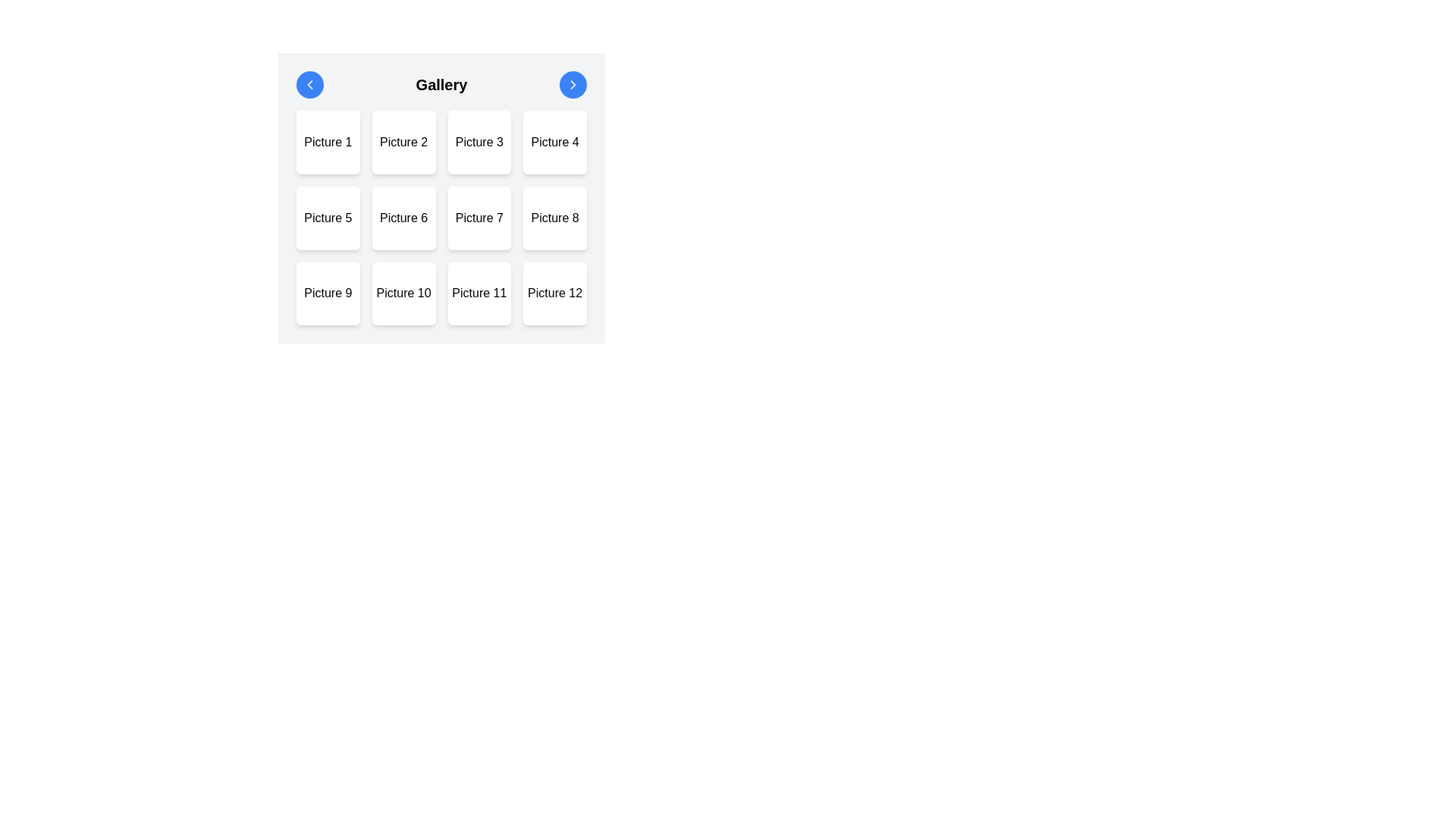 This screenshot has width=1456, height=819. Describe the element at coordinates (309, 84) in the screenshot. I see `the leftward-pointing chevron icon within the circular blue button located in the upper-left corner of the interface` at that location.